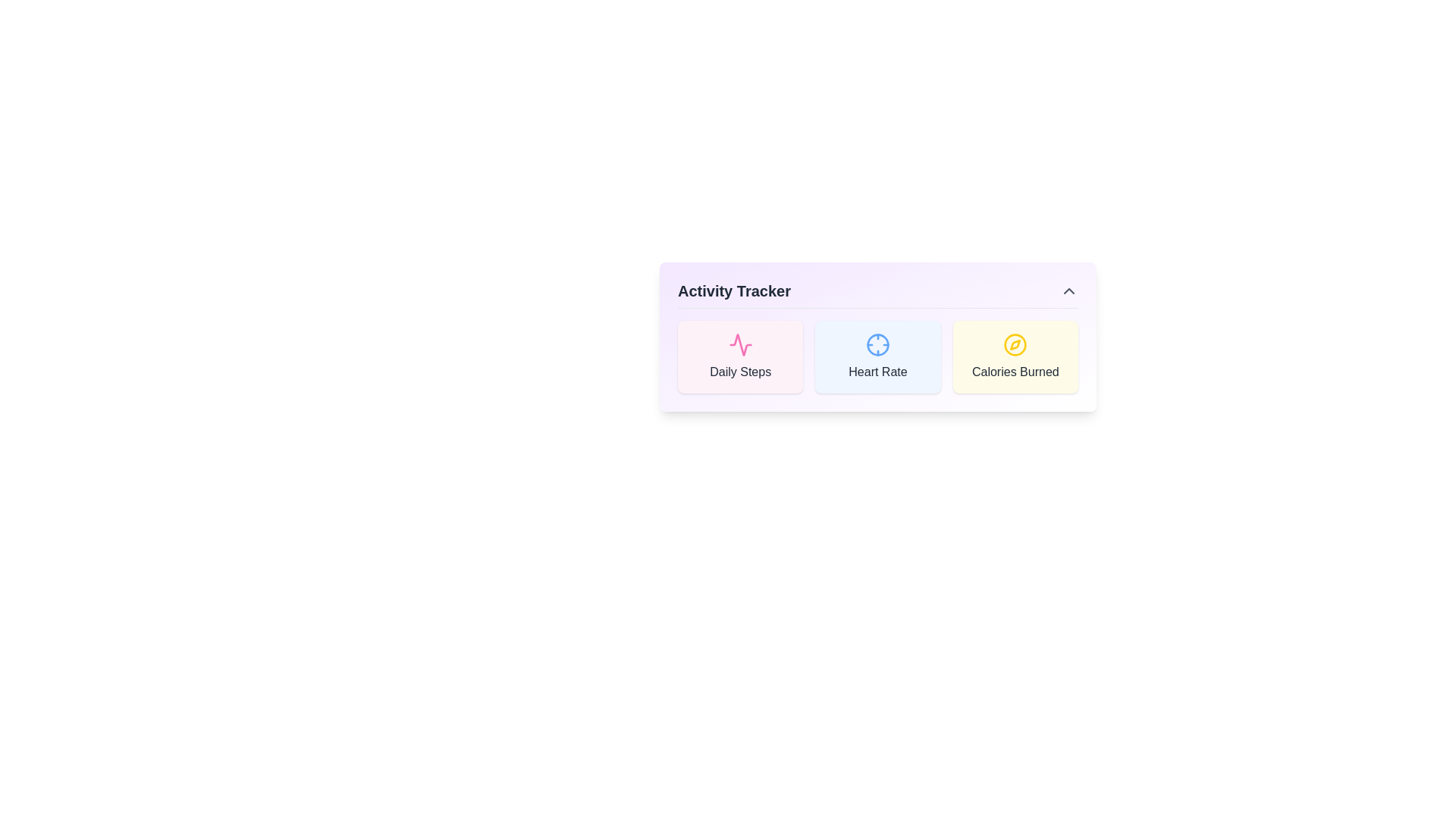 This screenshot has height=819, width=1456. Describe the element at coordinates (1015, 372) in the screenshot. I see `text label titled 'Calories Burned' located in the third yellow-highlighted card of the 'Activity Tracker' section, positioned below the compass icon` at that location.